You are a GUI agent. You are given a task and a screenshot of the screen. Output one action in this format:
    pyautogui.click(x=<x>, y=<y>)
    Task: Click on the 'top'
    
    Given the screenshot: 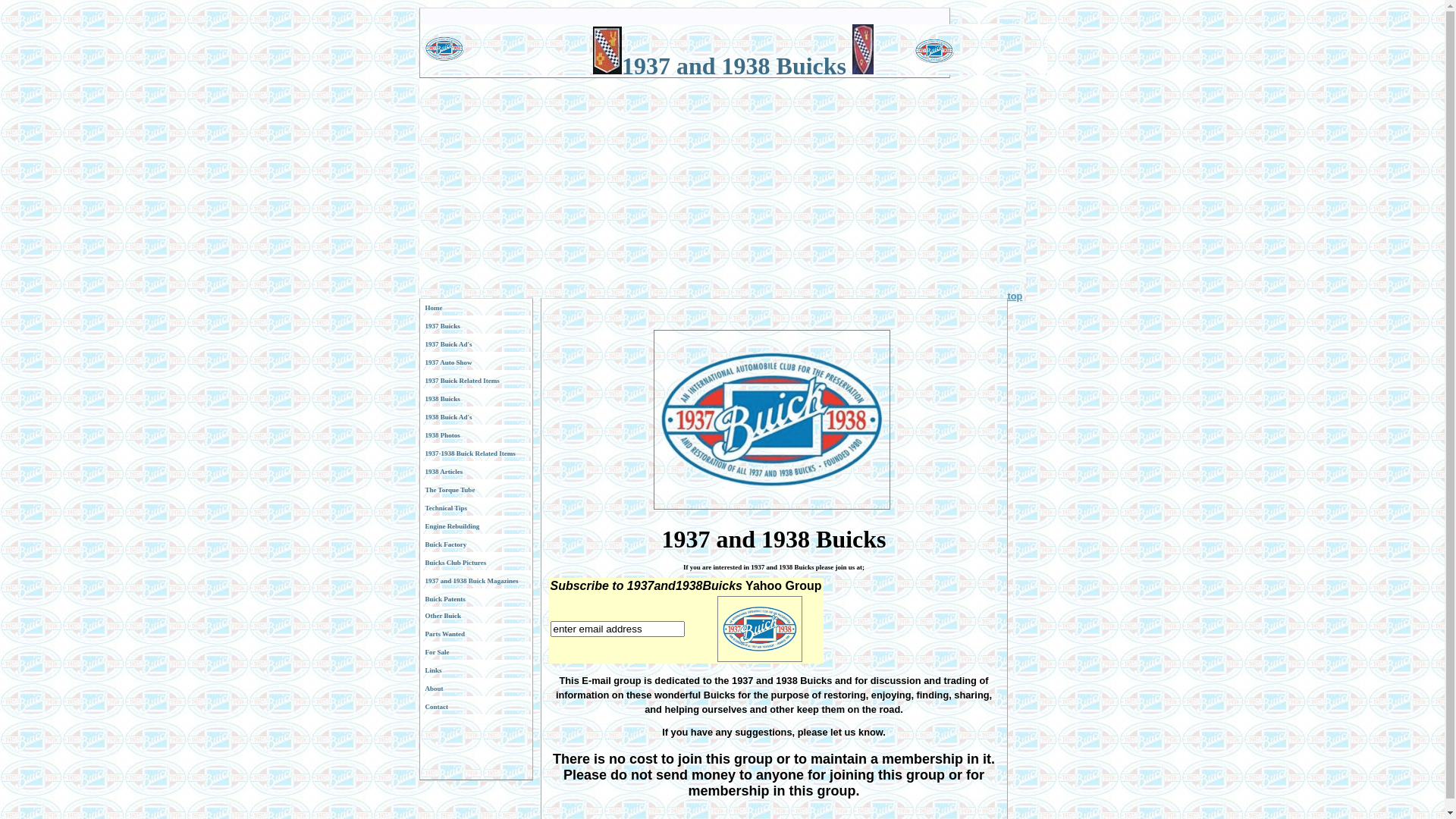 What is the action you would take?
    pyautogui.click(x=1007, y=296)
    